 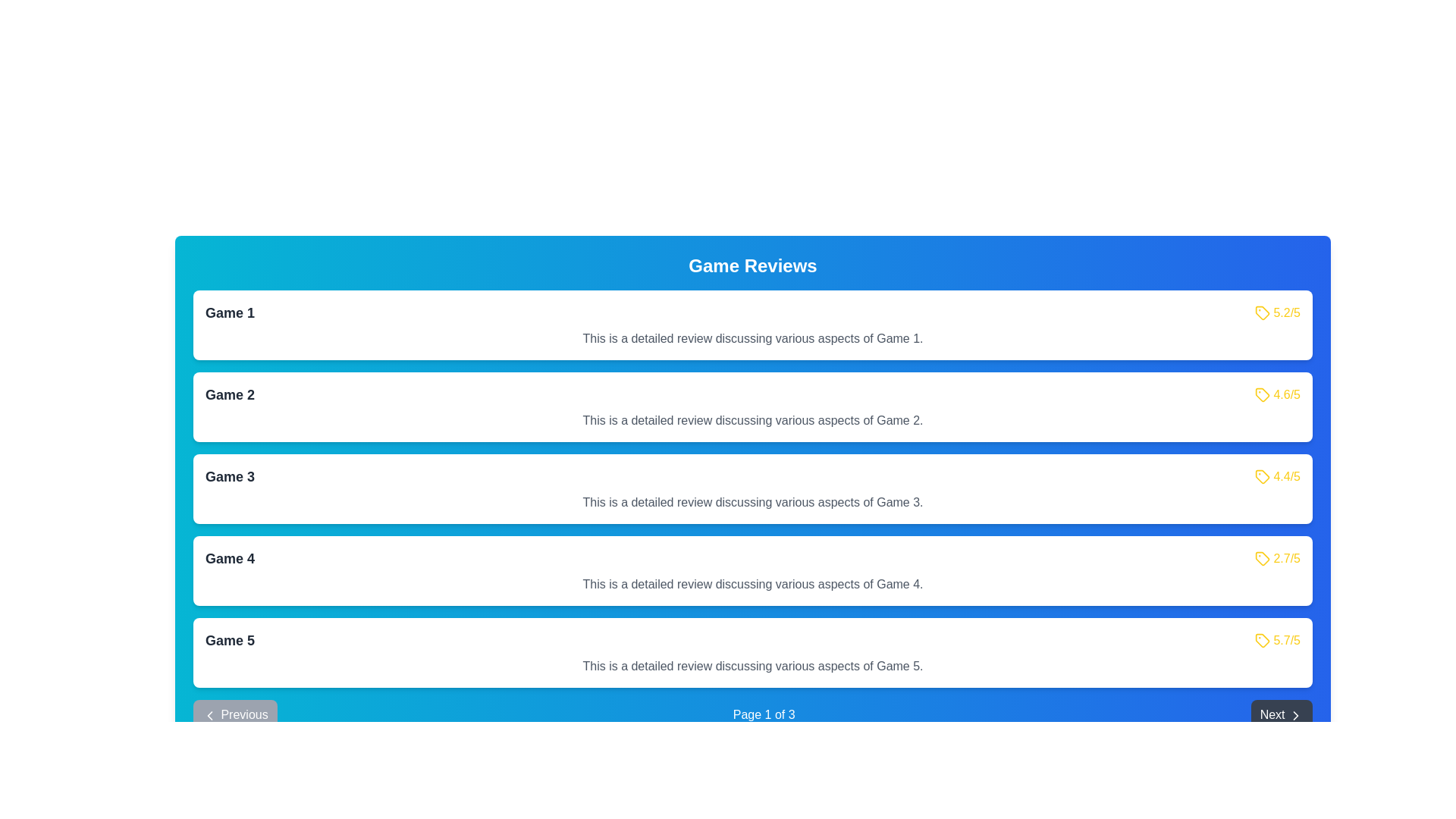 I want to click on the tag icon representing the rating system for Game 3 in the review list, which displays a rating of '4.4/5', so click(x=1263, y=475).